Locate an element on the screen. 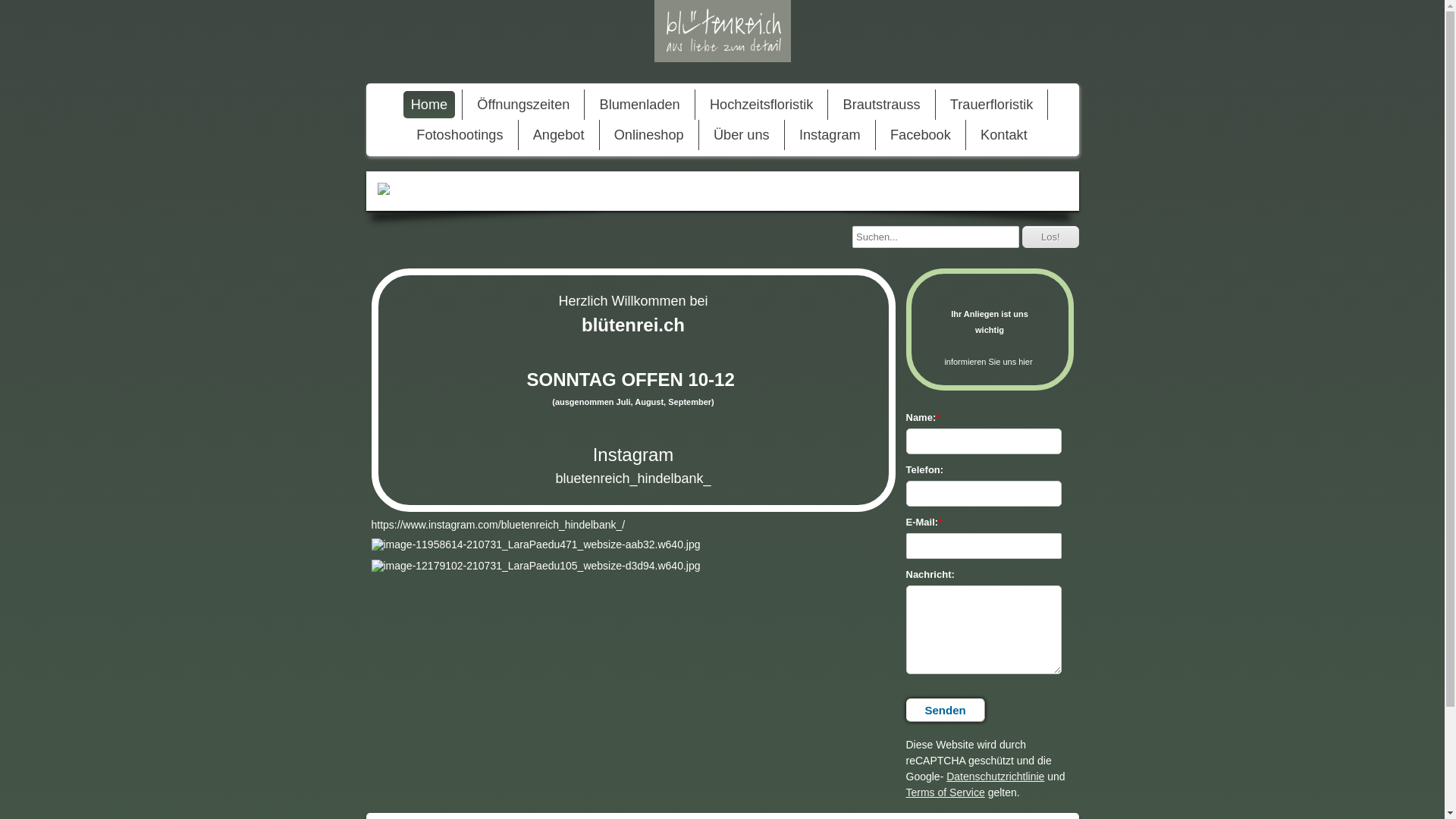  'Brautstrauss' is located at coordinates (881, 104).